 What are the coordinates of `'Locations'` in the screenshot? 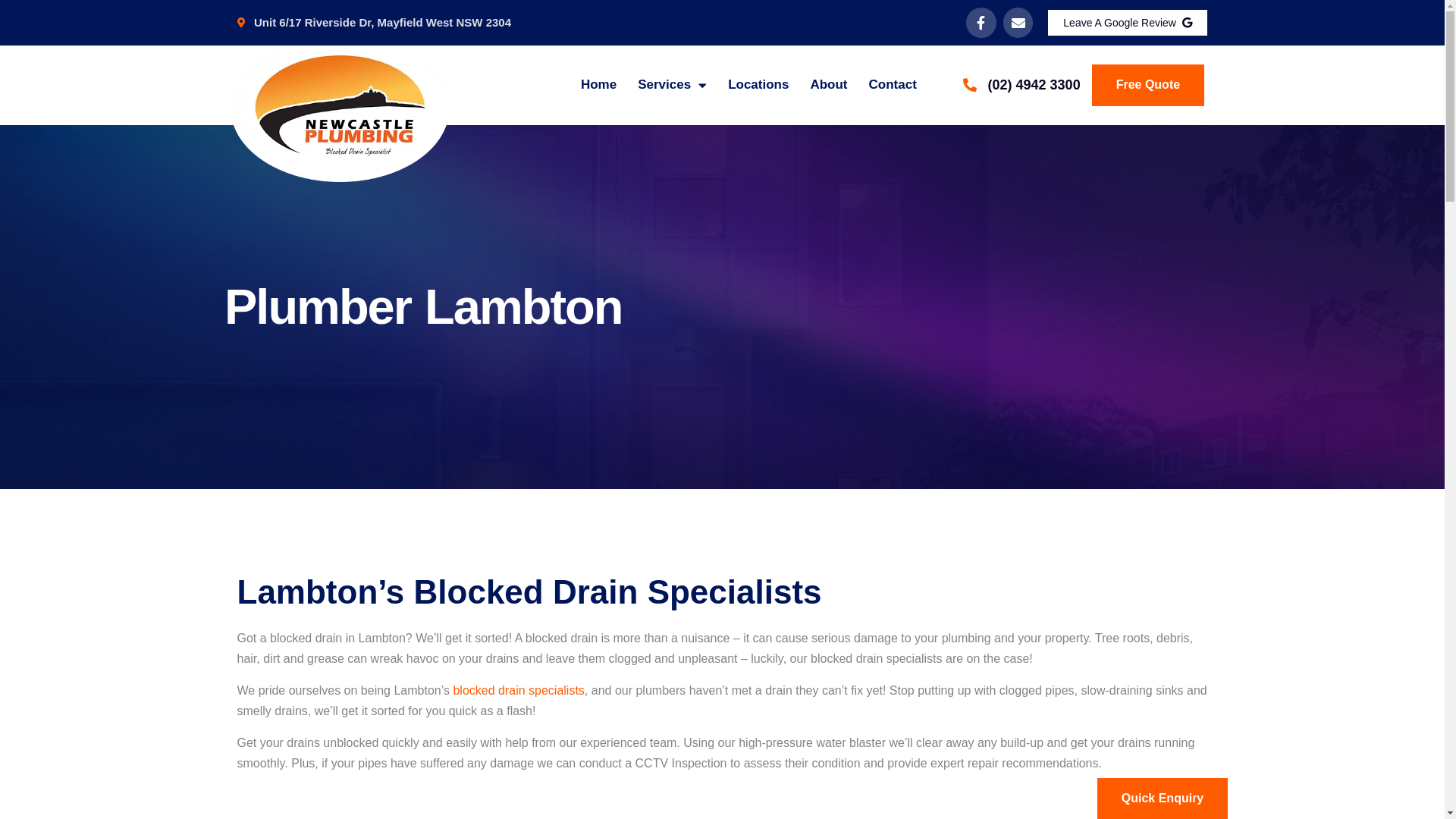 It's located at (758, 84).